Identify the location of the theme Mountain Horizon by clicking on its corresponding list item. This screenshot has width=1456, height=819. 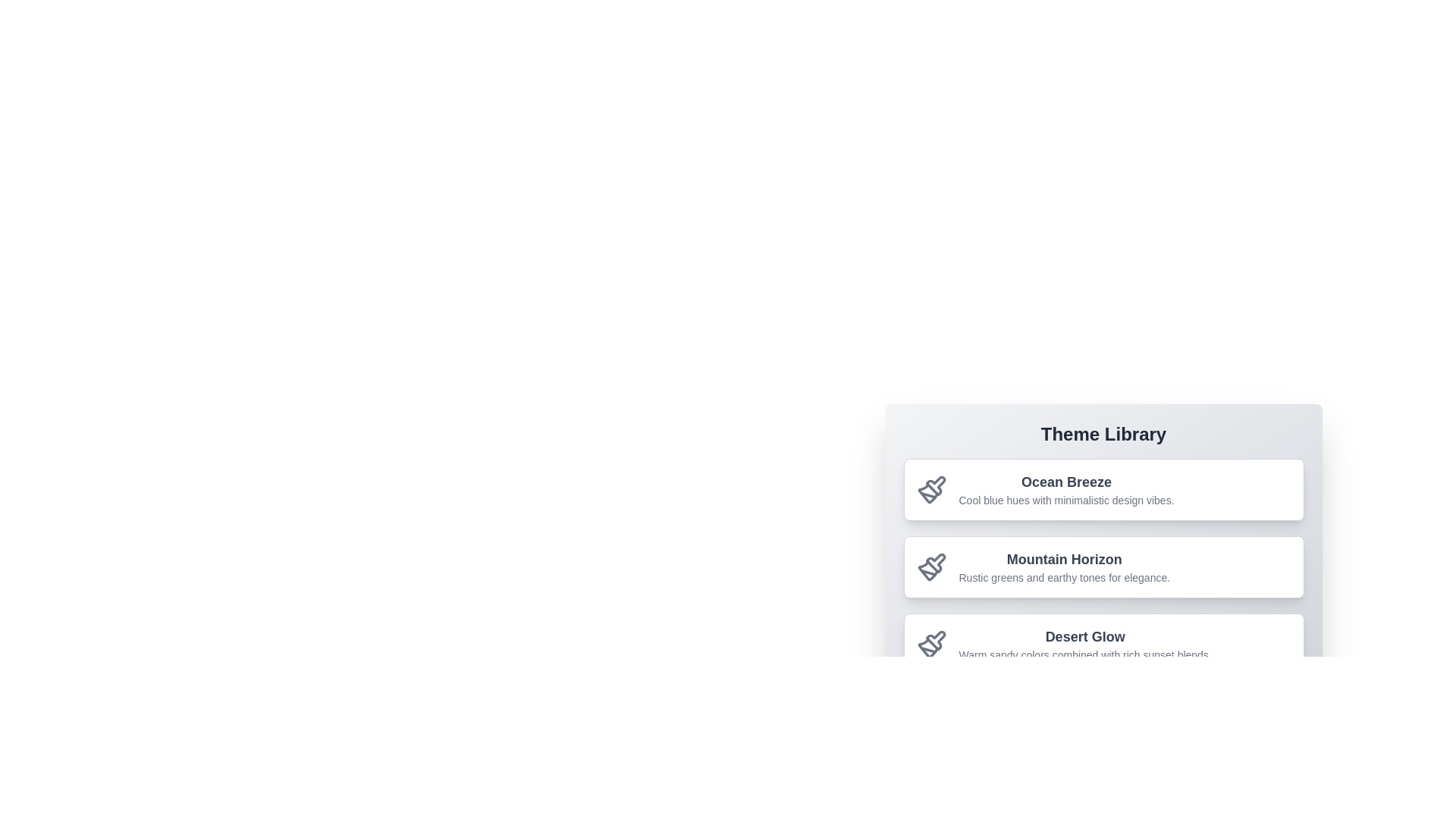
(1103, 567).